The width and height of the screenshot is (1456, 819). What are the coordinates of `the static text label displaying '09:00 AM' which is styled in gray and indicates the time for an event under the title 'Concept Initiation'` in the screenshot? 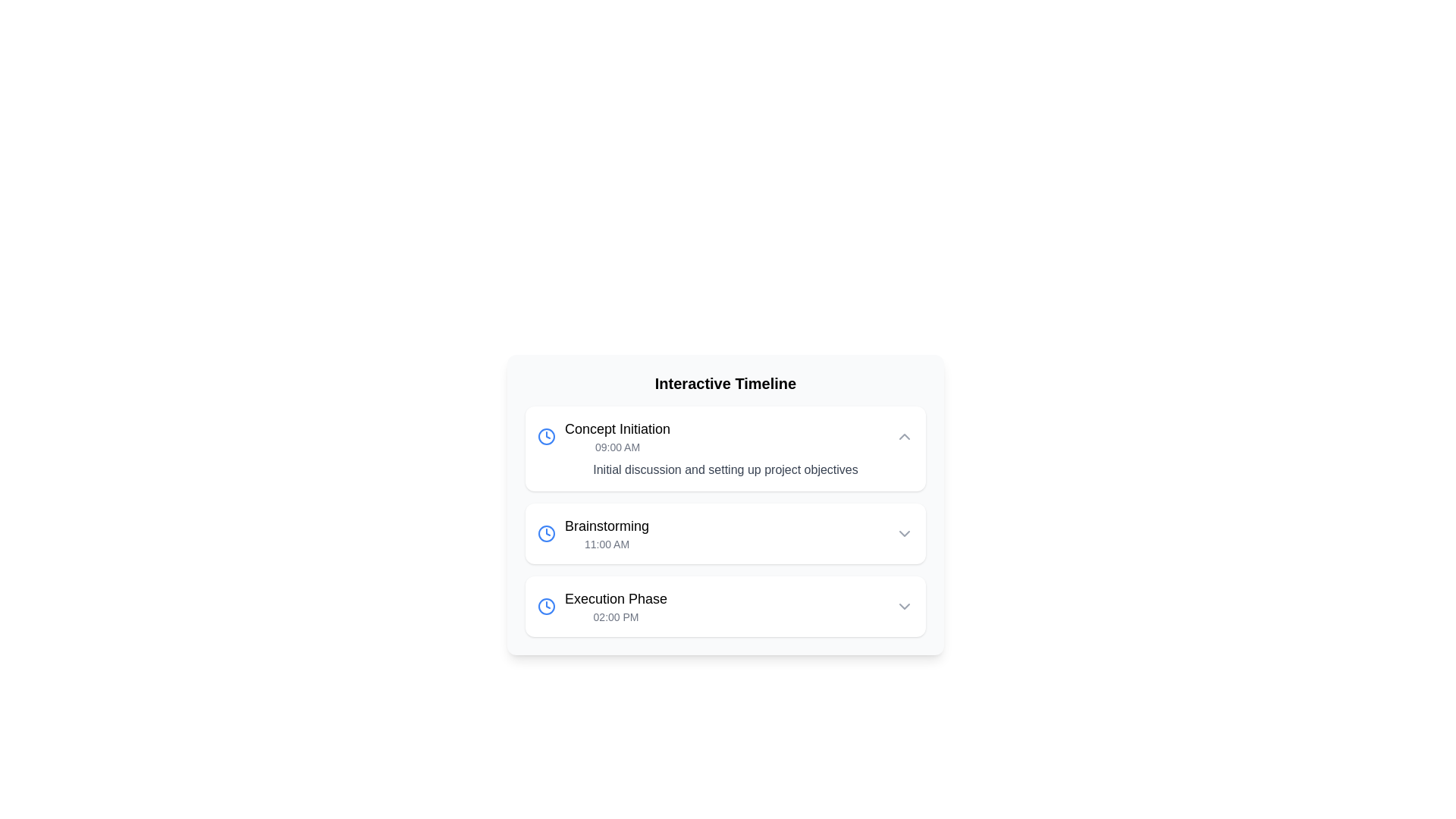 It's located at (617, 447).